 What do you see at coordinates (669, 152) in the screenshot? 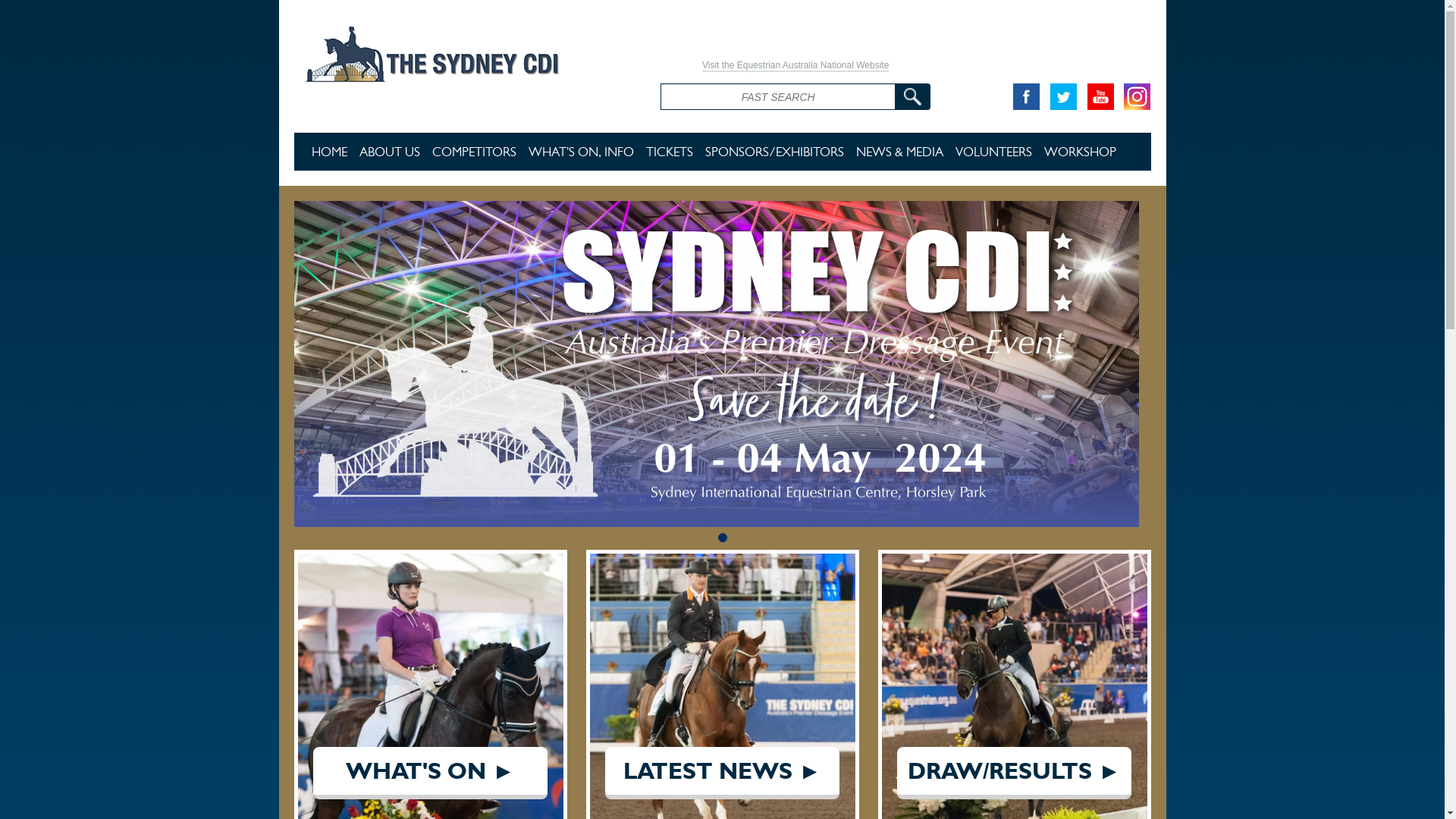
I see `'TICKETS'` at bounding box center [669, 152].